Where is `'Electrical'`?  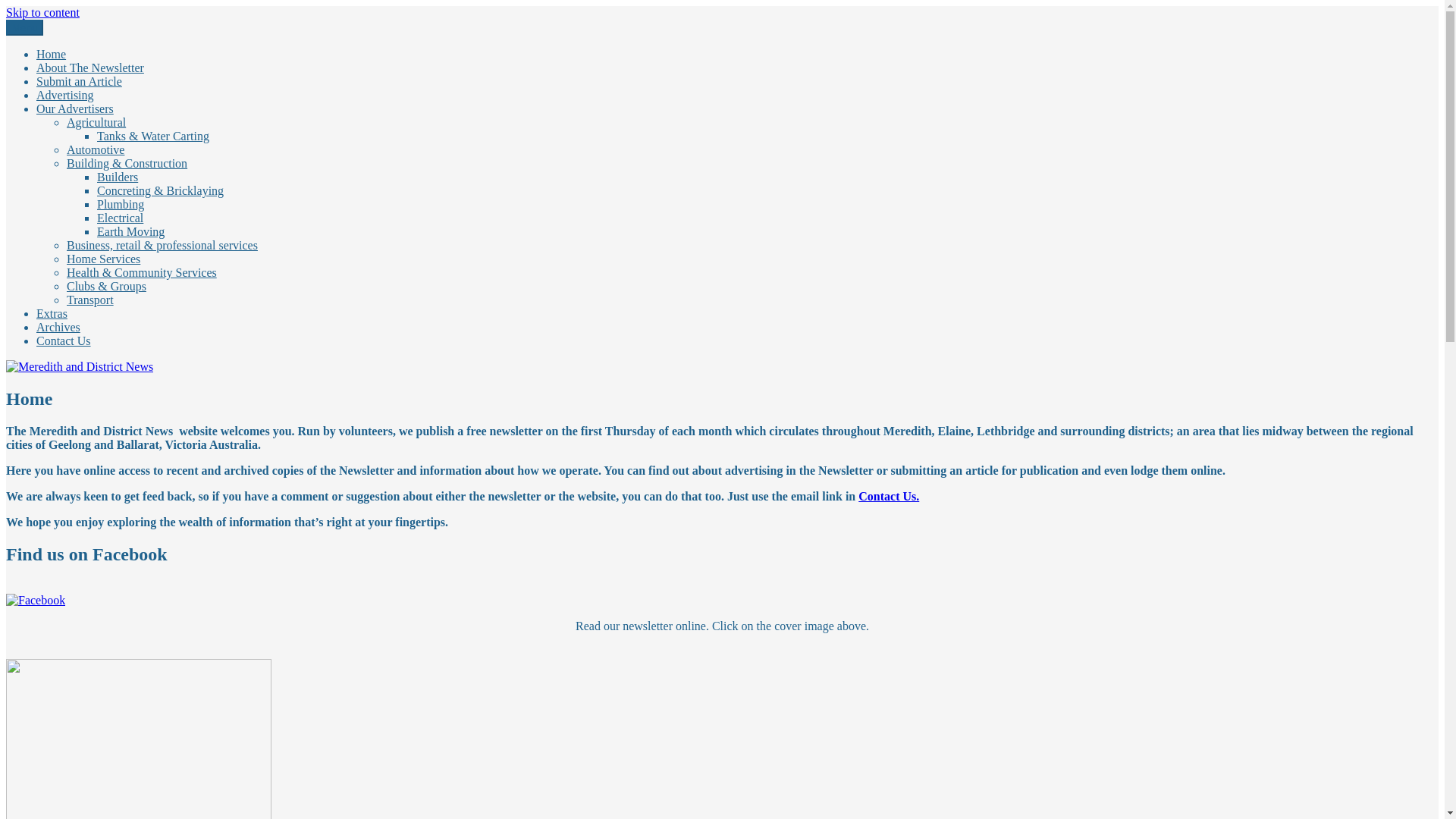
'Electrical' is located at coordinates (96, 218).